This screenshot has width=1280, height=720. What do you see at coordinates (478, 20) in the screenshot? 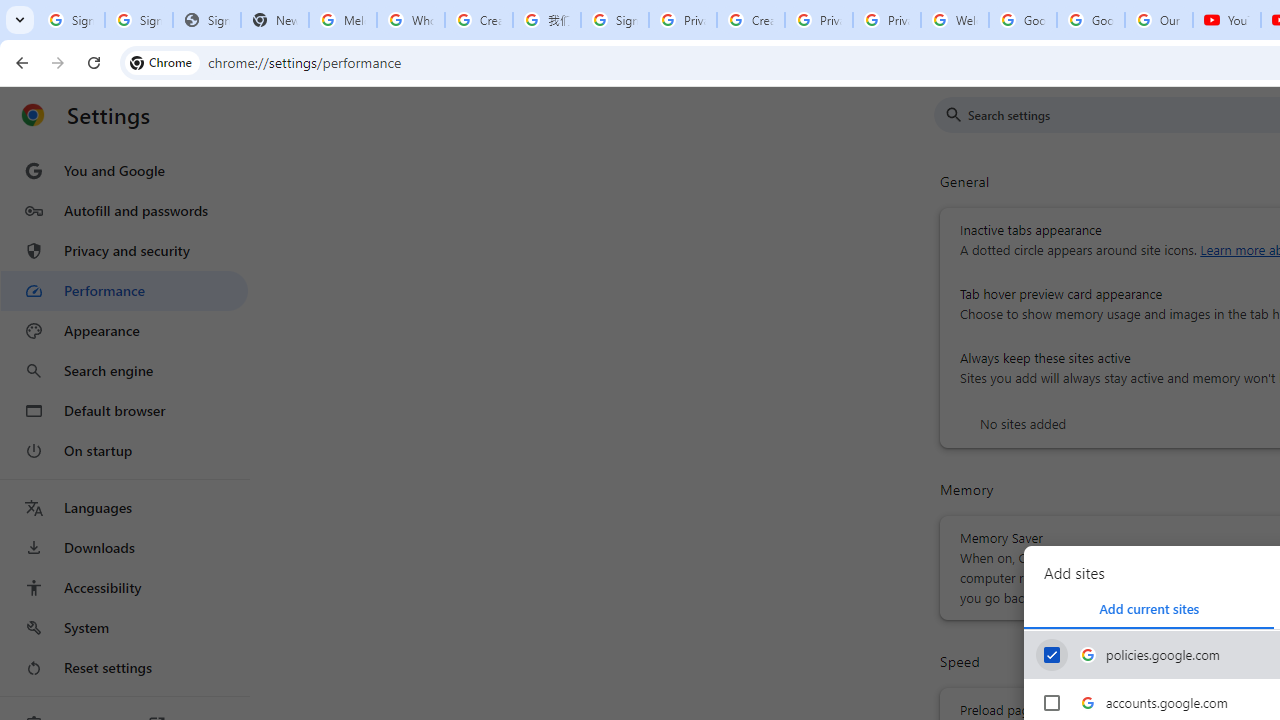
I see `'Create your Google Account'` at bounding box center [478, 20].